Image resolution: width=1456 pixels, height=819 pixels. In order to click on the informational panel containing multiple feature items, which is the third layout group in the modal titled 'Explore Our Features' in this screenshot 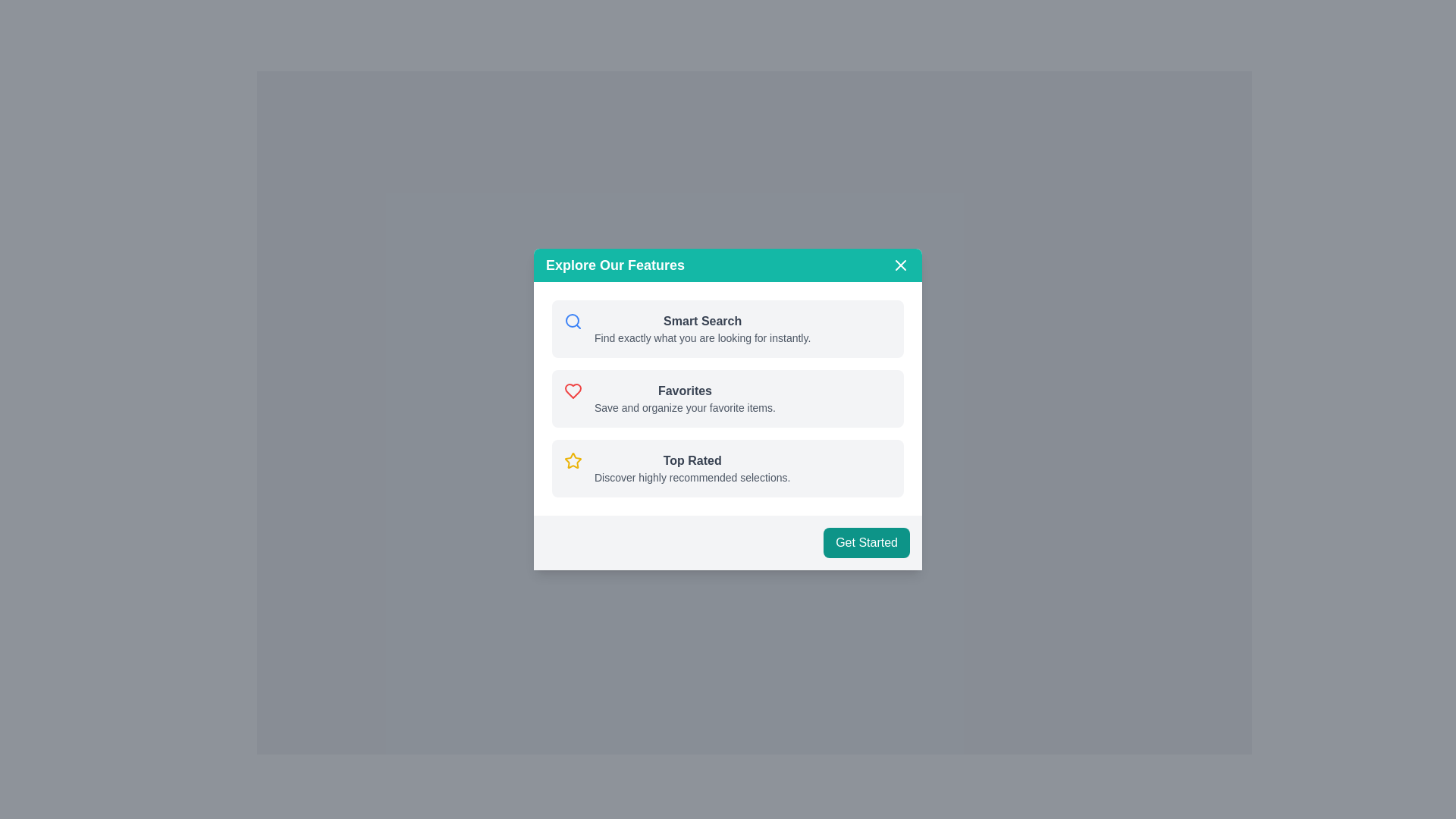, I will do `click(728, 397)`.